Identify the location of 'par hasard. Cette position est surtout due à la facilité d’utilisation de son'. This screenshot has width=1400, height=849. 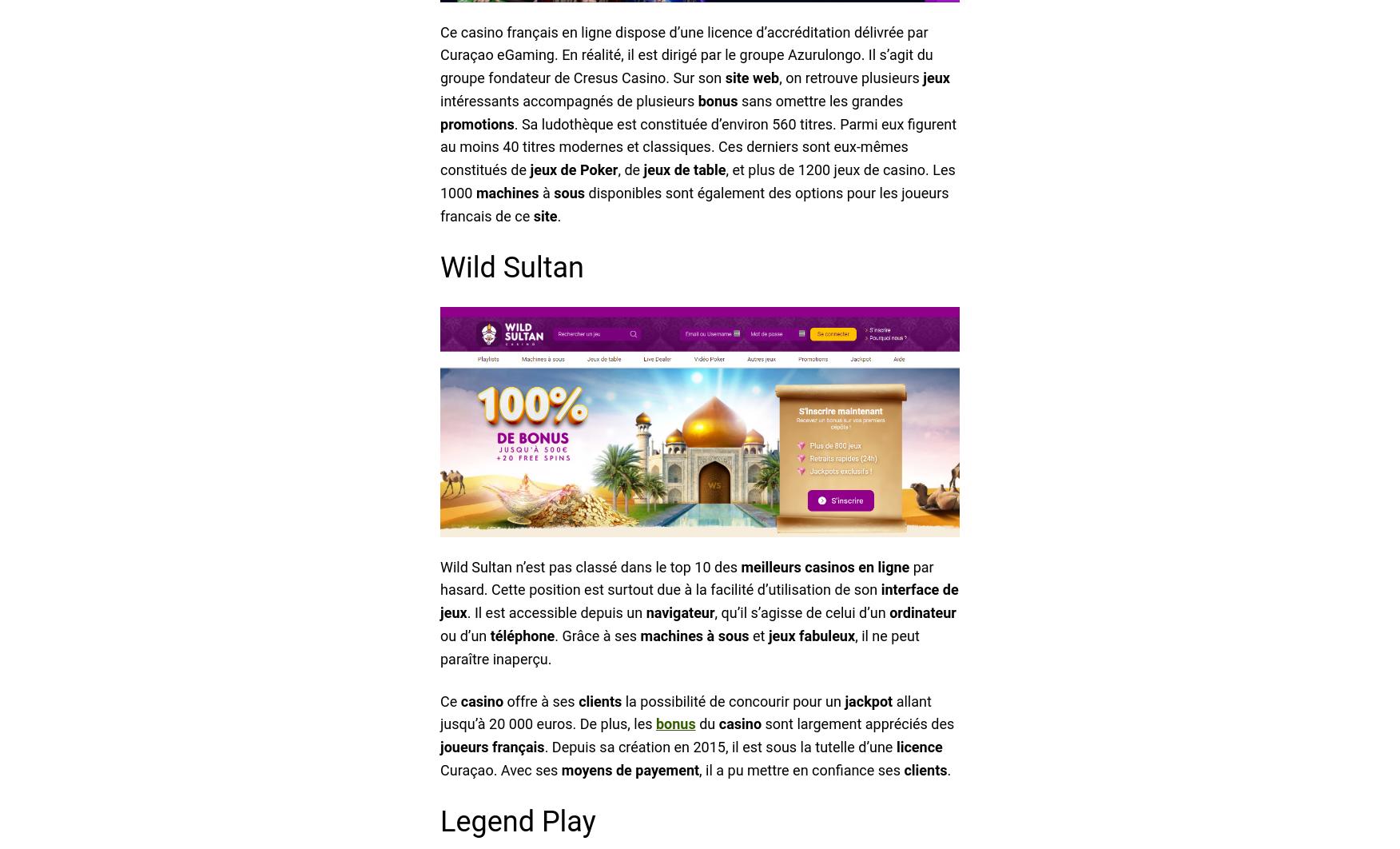
(686, 578).